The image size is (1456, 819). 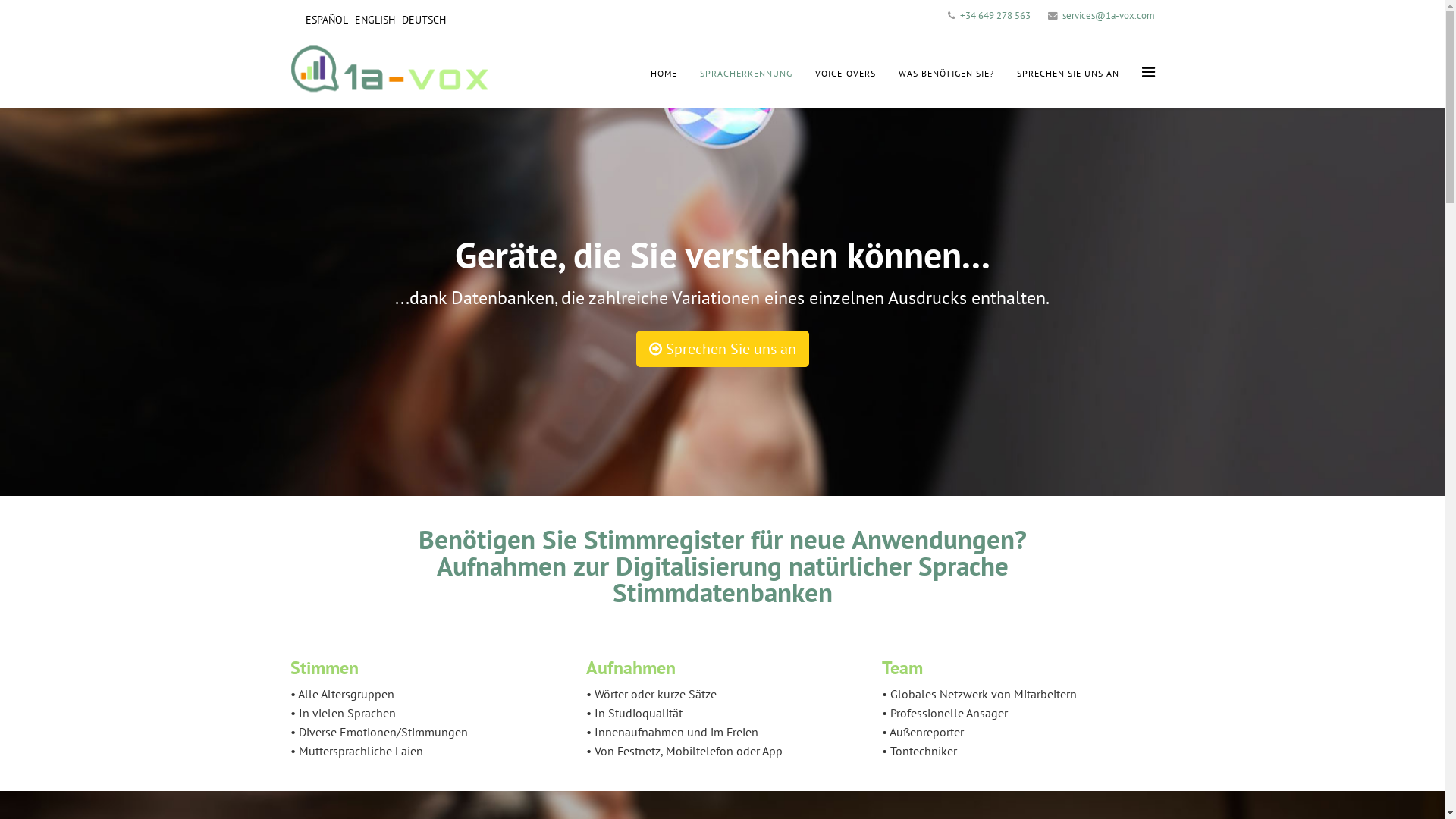 I want to click on 'ENGLISH', so click(x=375, y=20).